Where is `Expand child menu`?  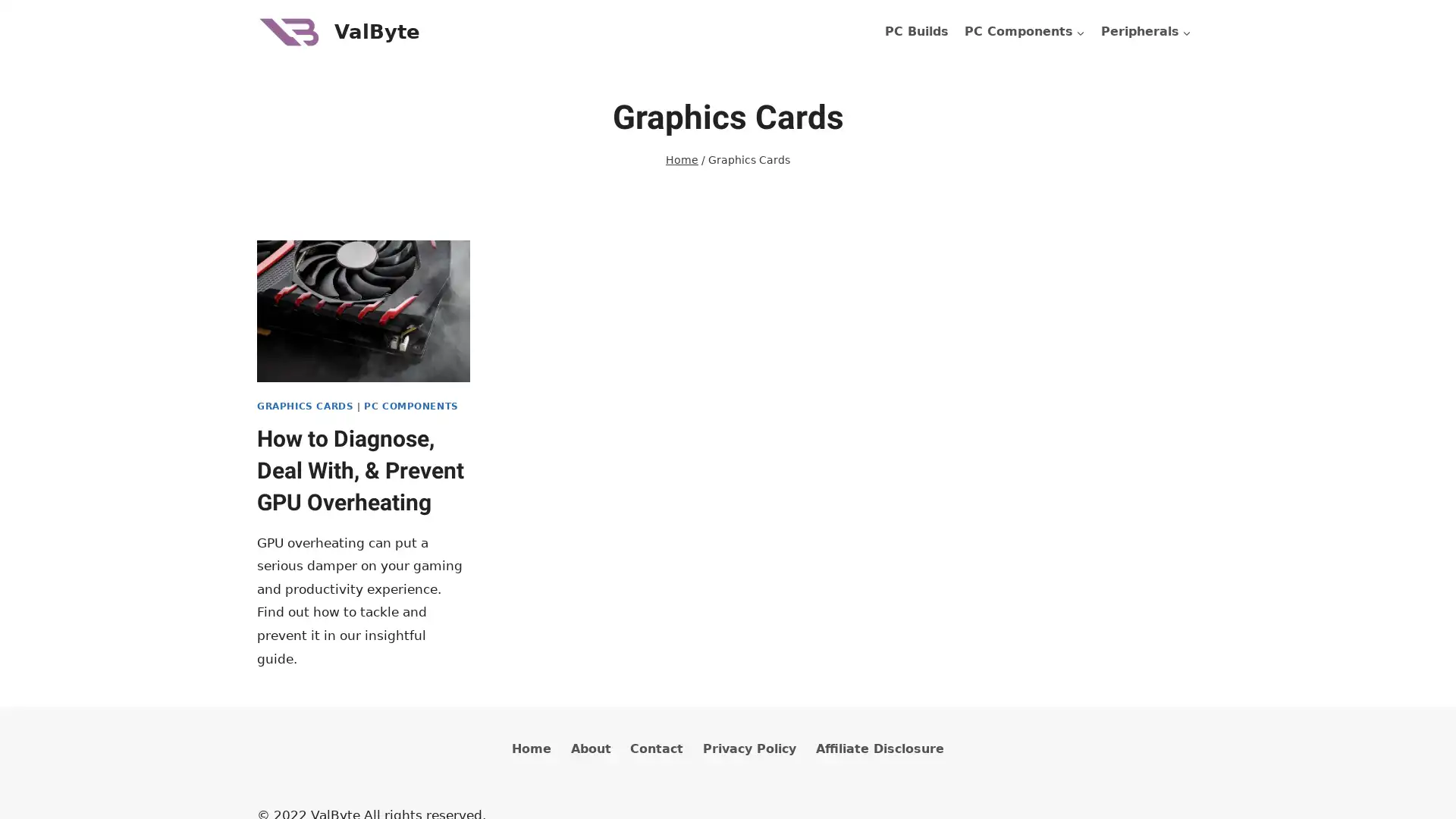
Expand child menu is located at coordinates (1024, 32).